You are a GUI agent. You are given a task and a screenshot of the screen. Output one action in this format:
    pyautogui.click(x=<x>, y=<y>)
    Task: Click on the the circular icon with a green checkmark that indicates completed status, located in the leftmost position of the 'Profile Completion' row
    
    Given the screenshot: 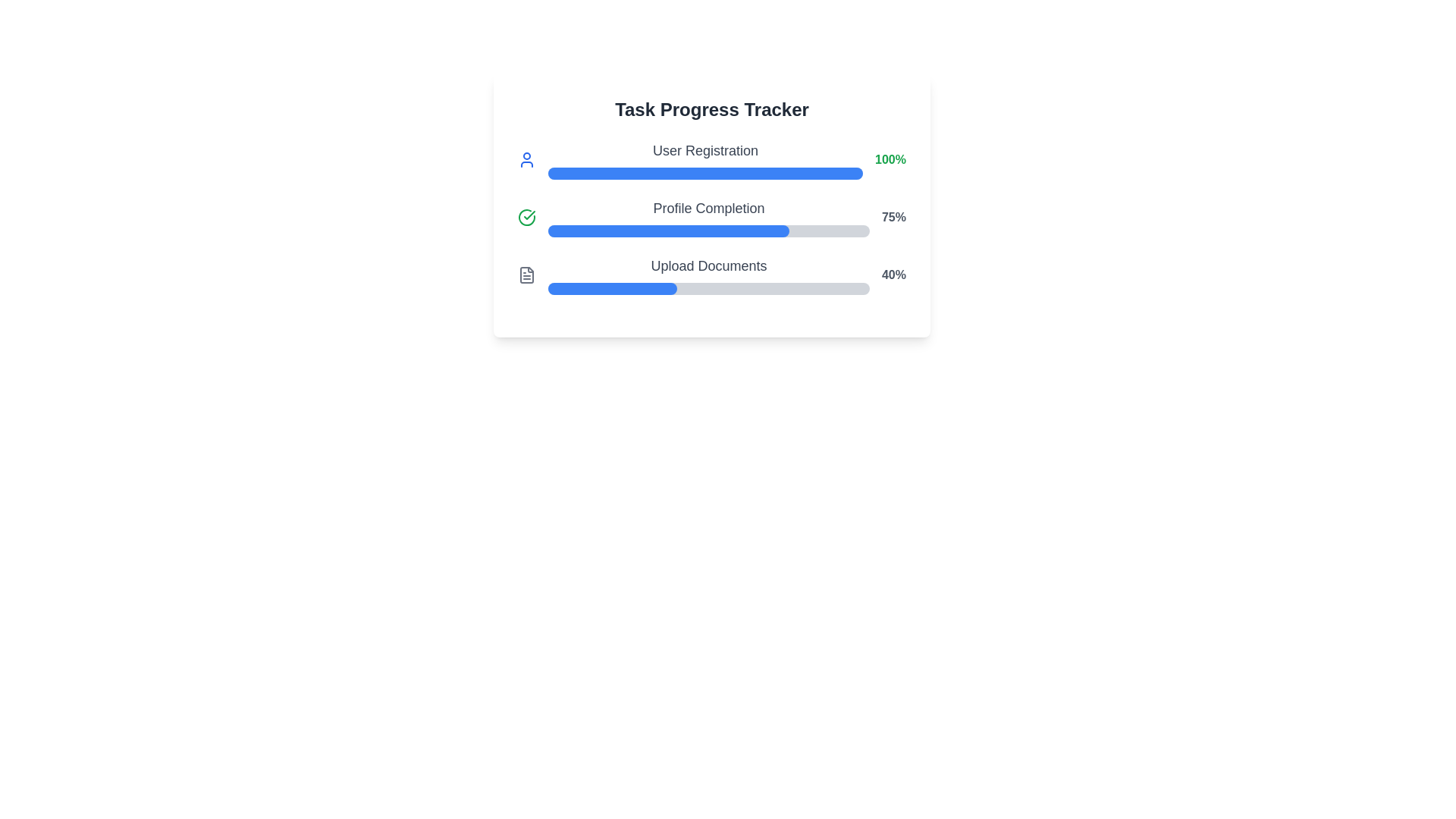 What is the action you would take?
    pyautogui.click(x=527, y=217)
    